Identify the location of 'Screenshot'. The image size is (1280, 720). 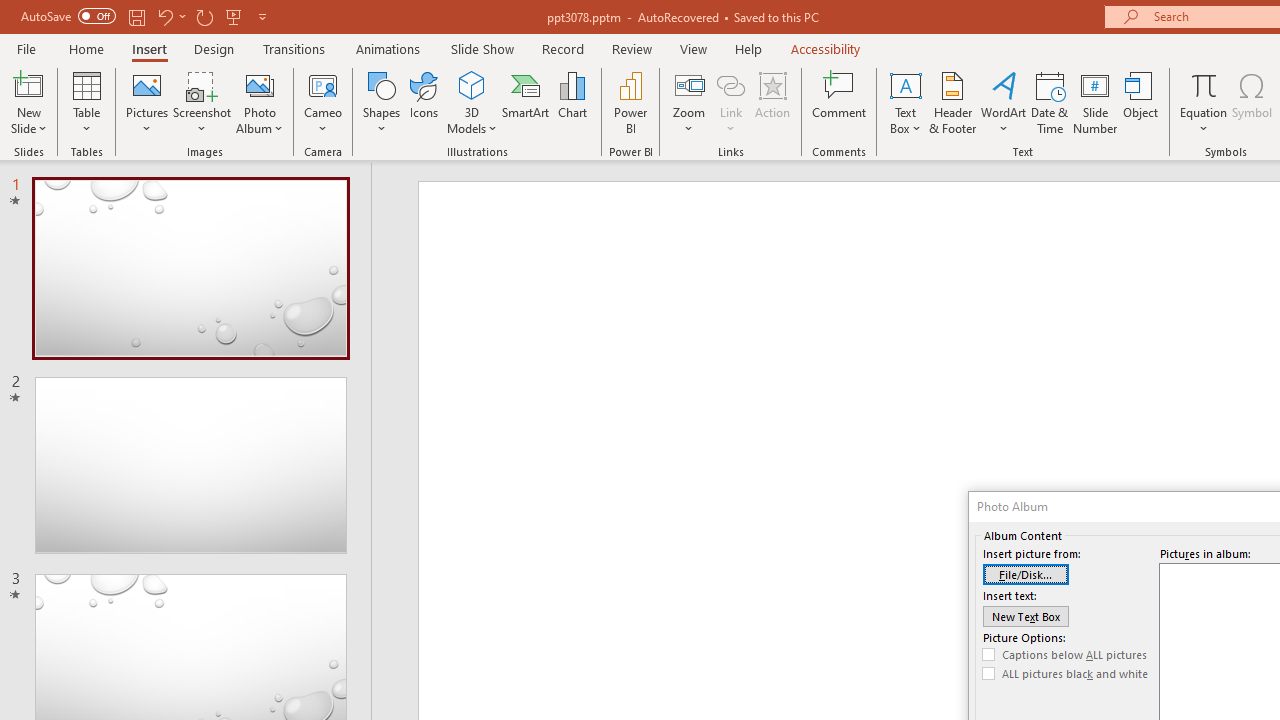
(202, 103).